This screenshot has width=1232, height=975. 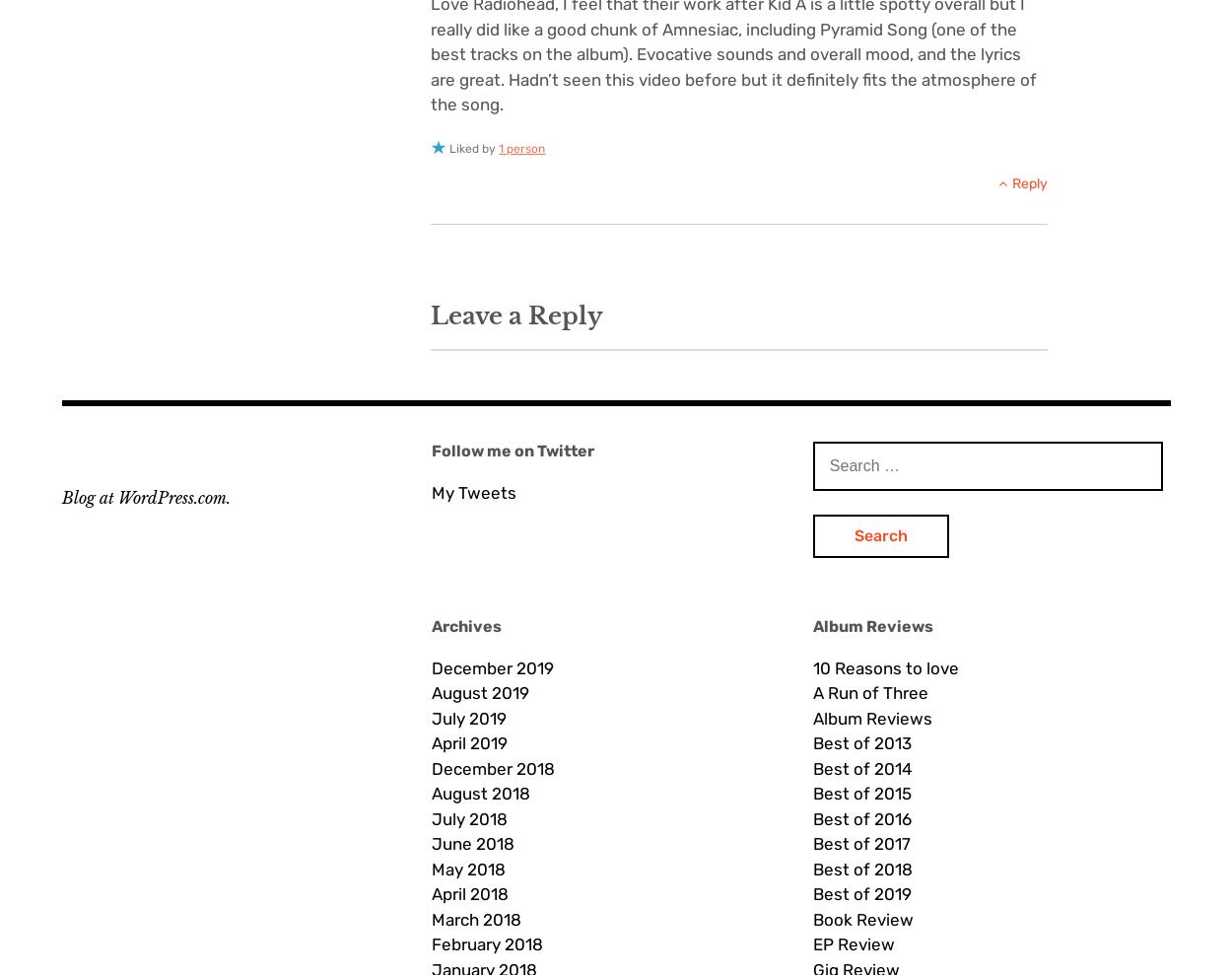 I want to click on 'August 2019', so click(x=478, y=691).